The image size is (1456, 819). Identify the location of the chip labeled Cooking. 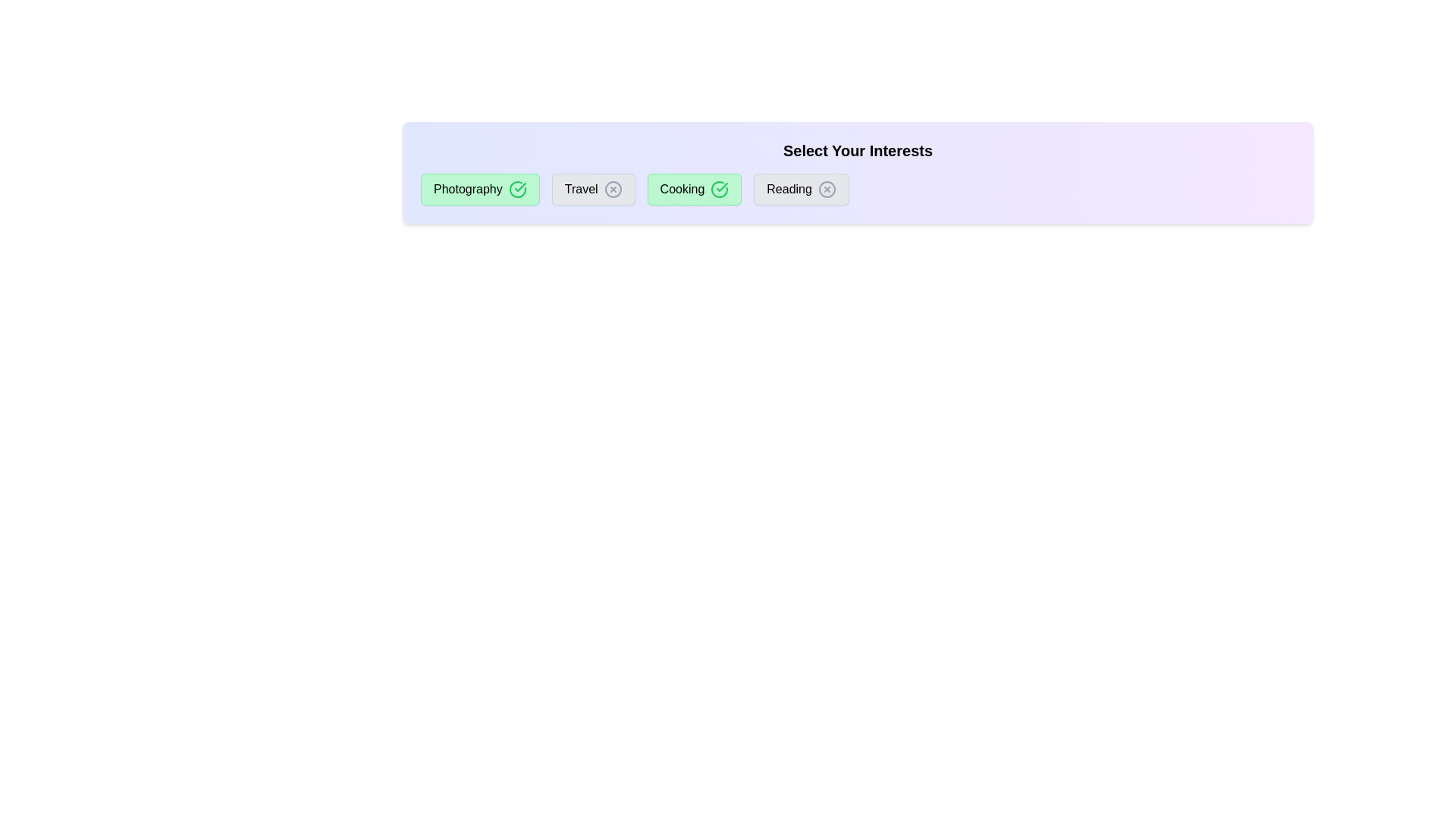
(694, 189).